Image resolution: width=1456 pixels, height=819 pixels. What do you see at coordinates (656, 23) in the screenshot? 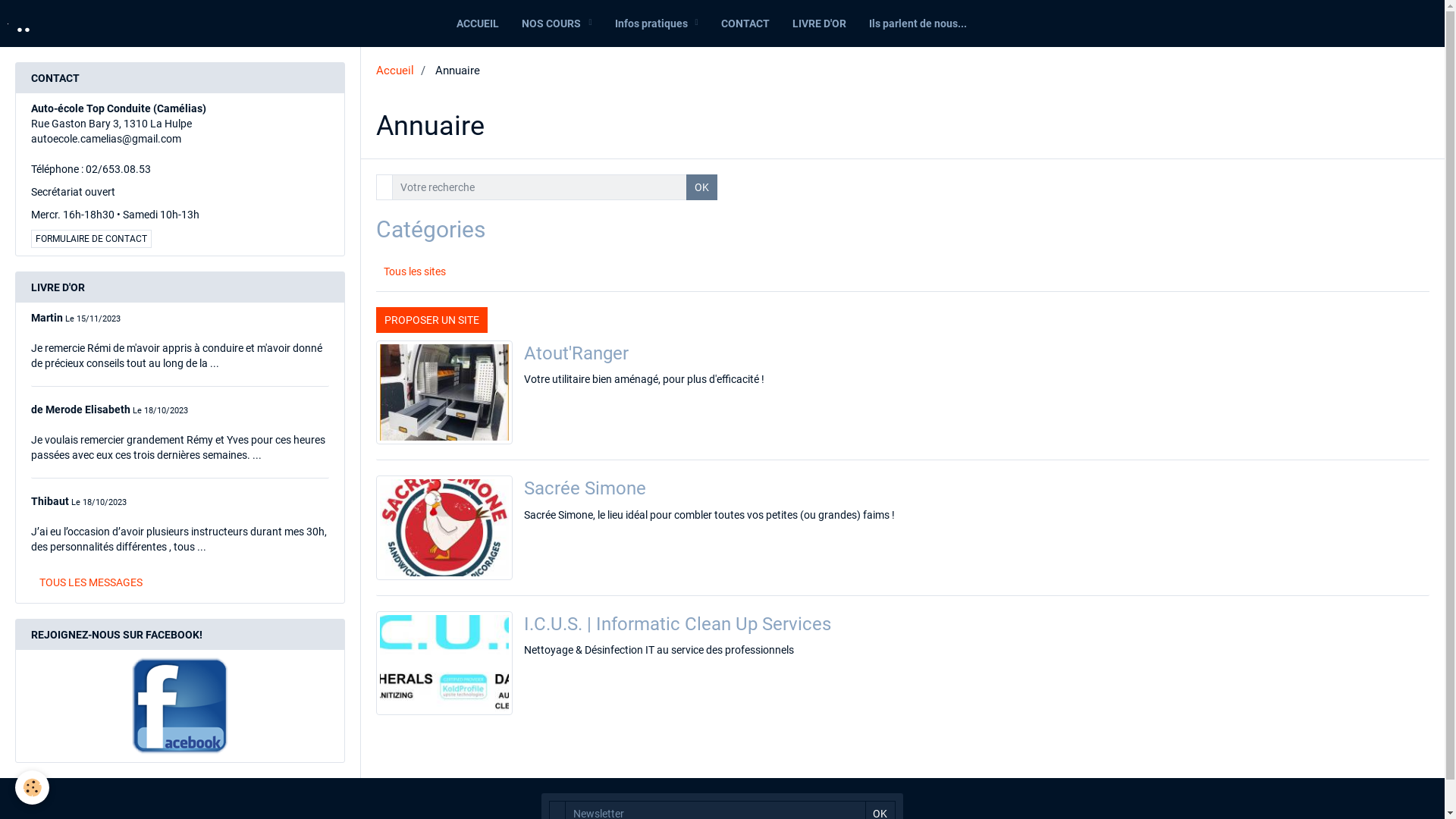
I see `'Infos pratiques'` at bounding box center [656, 23].